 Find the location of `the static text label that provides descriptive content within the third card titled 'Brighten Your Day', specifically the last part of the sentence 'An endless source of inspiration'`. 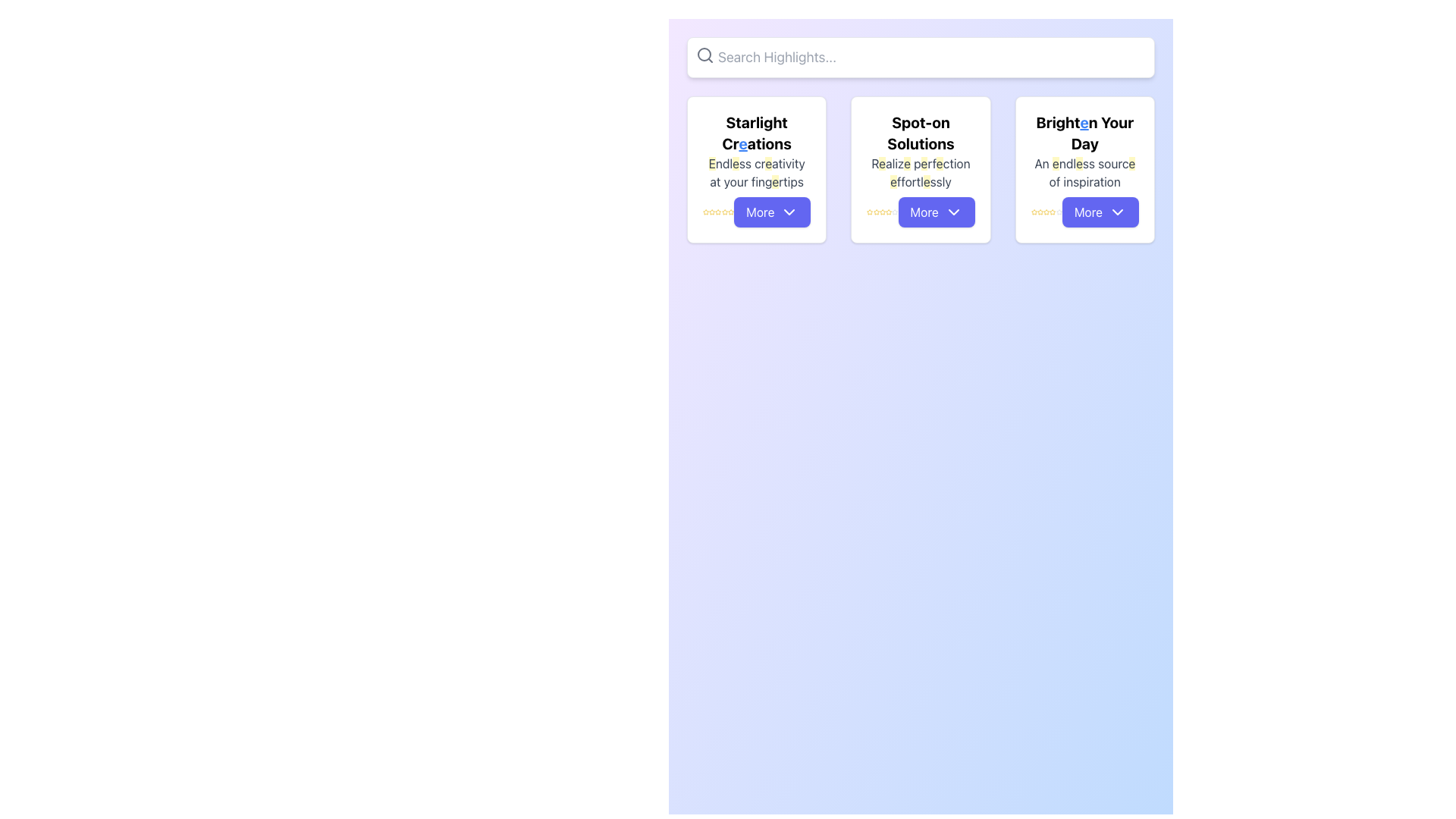

the static text label that provides descriptive content within the third card titled 'Brighten Your Day', specifically the last part of the sentence 'An endless source of inspiration' is located at coordinates (1084, 180).